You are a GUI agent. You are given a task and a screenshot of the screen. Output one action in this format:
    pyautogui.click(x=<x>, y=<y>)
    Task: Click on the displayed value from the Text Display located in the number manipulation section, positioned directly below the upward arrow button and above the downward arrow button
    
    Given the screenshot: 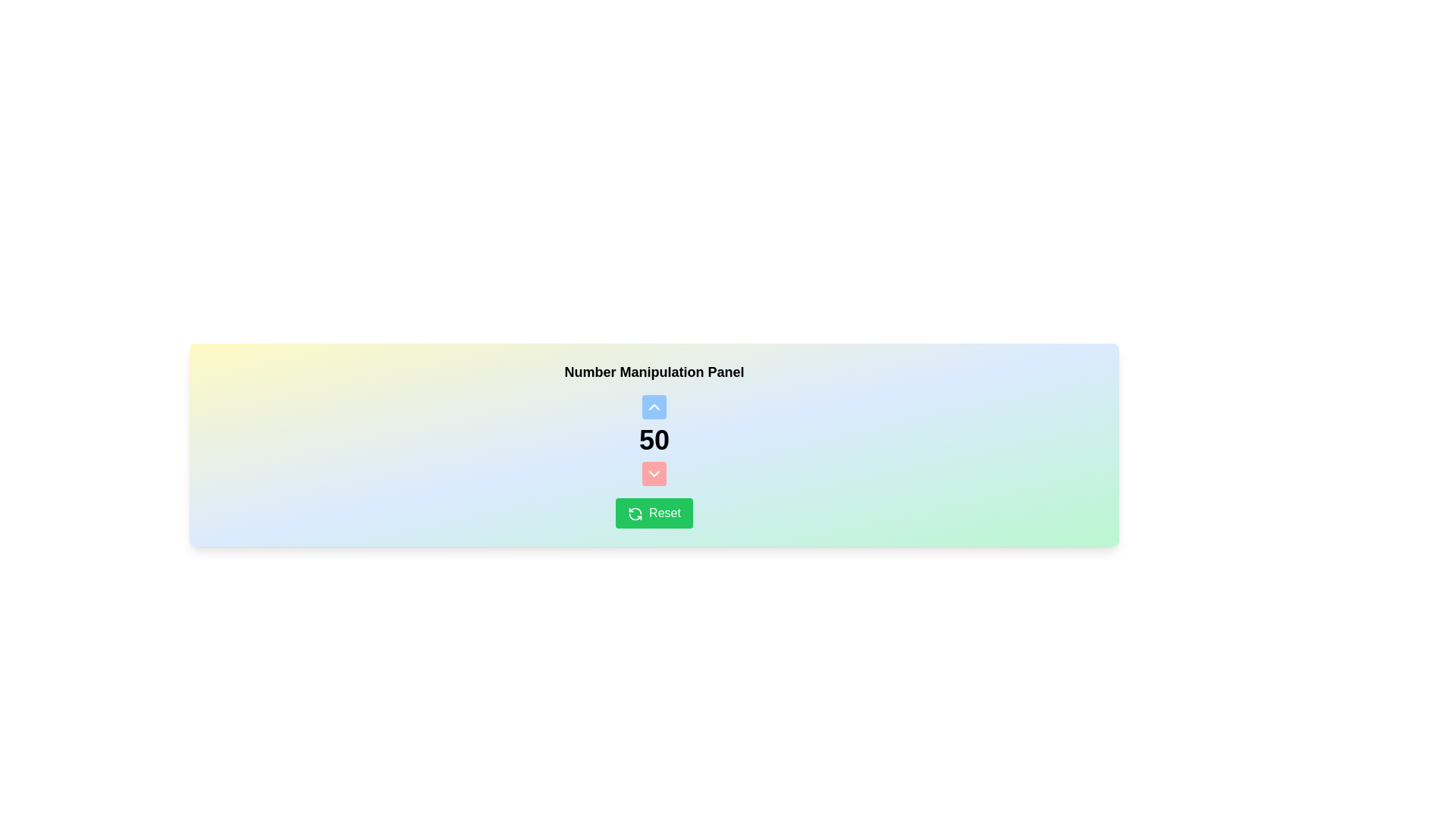 What is the action you would take?
    pyautogui.click(x=654, y=441)
    